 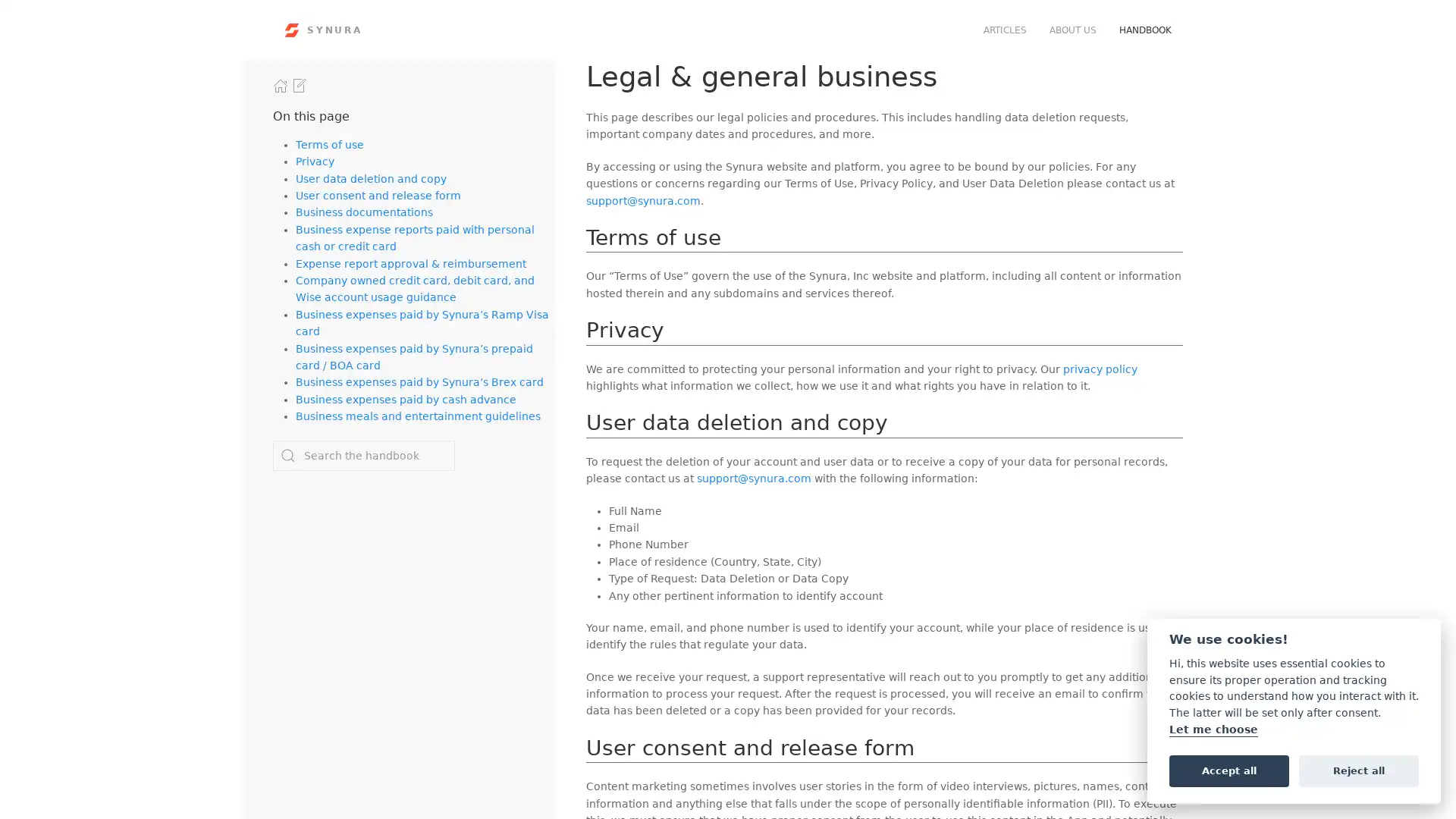 I want to click on Reject all, so click(x=1358, y=770).